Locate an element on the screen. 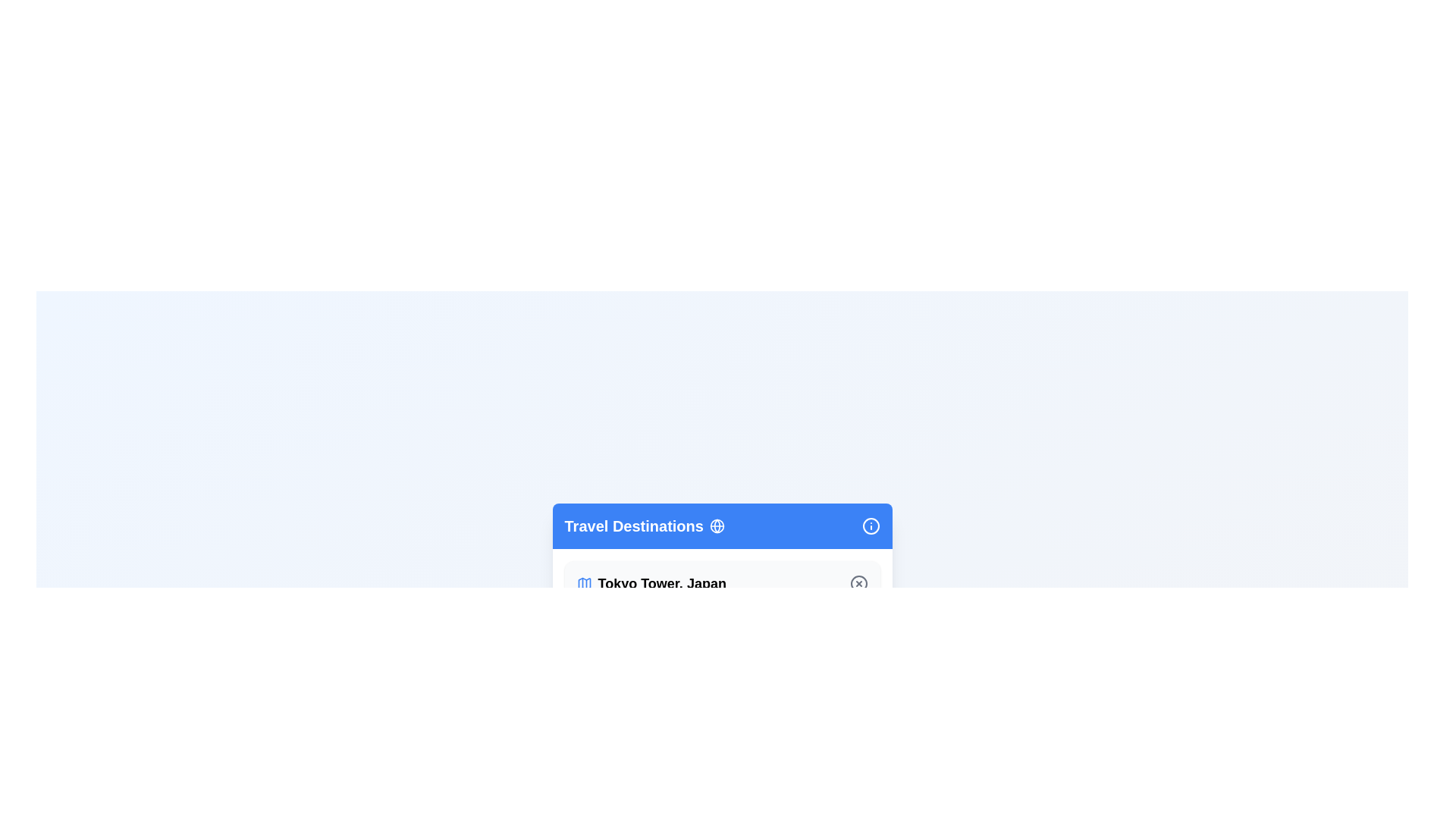 The height and width of the screenshot is (819, 1456). the SVG illustration representing global or geographical information located in the title bar of the 'Travel Destinations' section, adjacent to the title text and left of the information icon is located at coordinates (716, 526).